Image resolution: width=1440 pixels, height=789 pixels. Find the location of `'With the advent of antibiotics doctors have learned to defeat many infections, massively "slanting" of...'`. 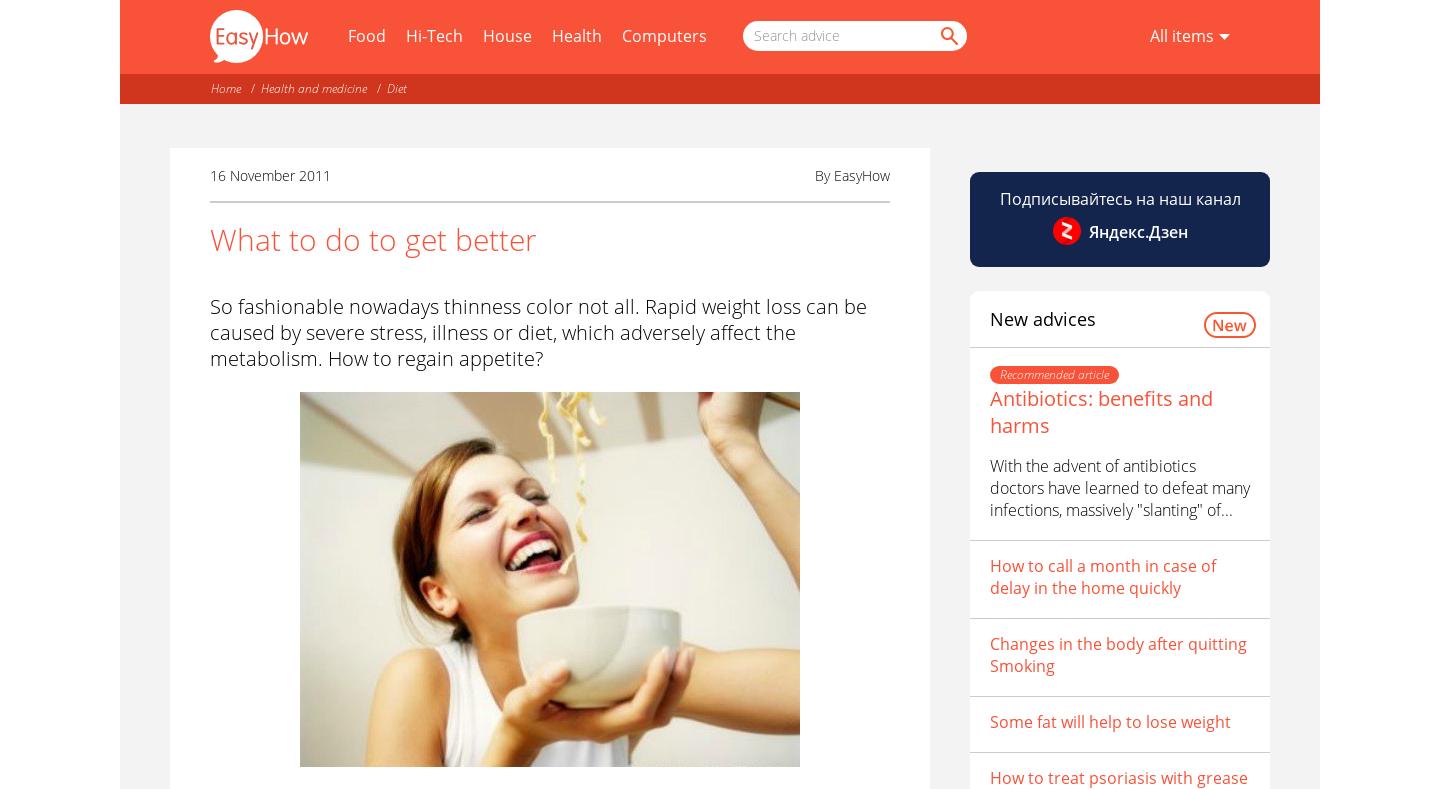

'With the advent of antibiotics doctors have learned to defeat many infections, massively "slanting" of...' is located at coordinates (1119, 486).